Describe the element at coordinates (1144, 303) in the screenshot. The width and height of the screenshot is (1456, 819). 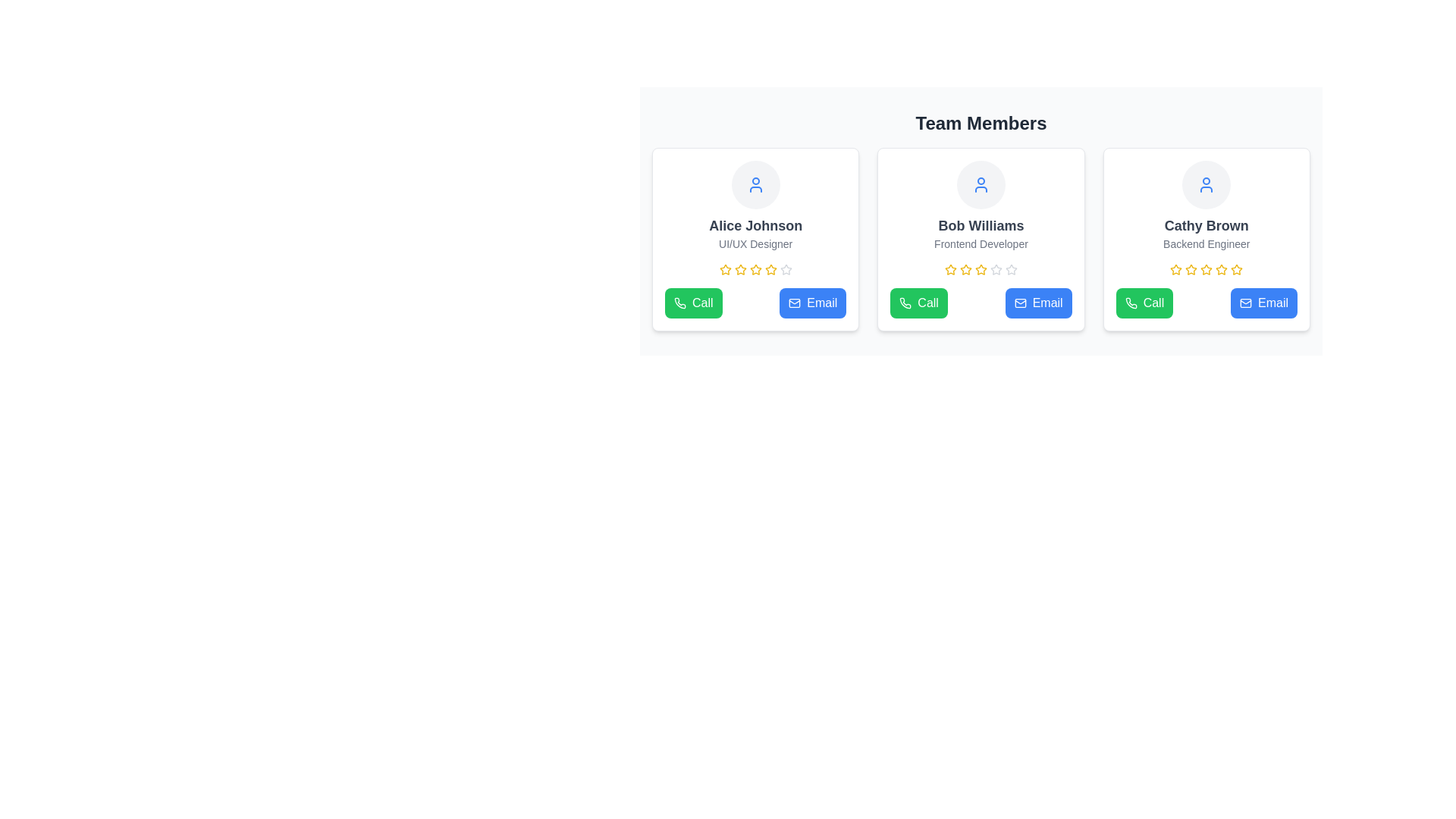
I see `the call button located in the bottom-left corner of the 'Cathy Brown, Backend Engineer' card to initiate a call` at that location.